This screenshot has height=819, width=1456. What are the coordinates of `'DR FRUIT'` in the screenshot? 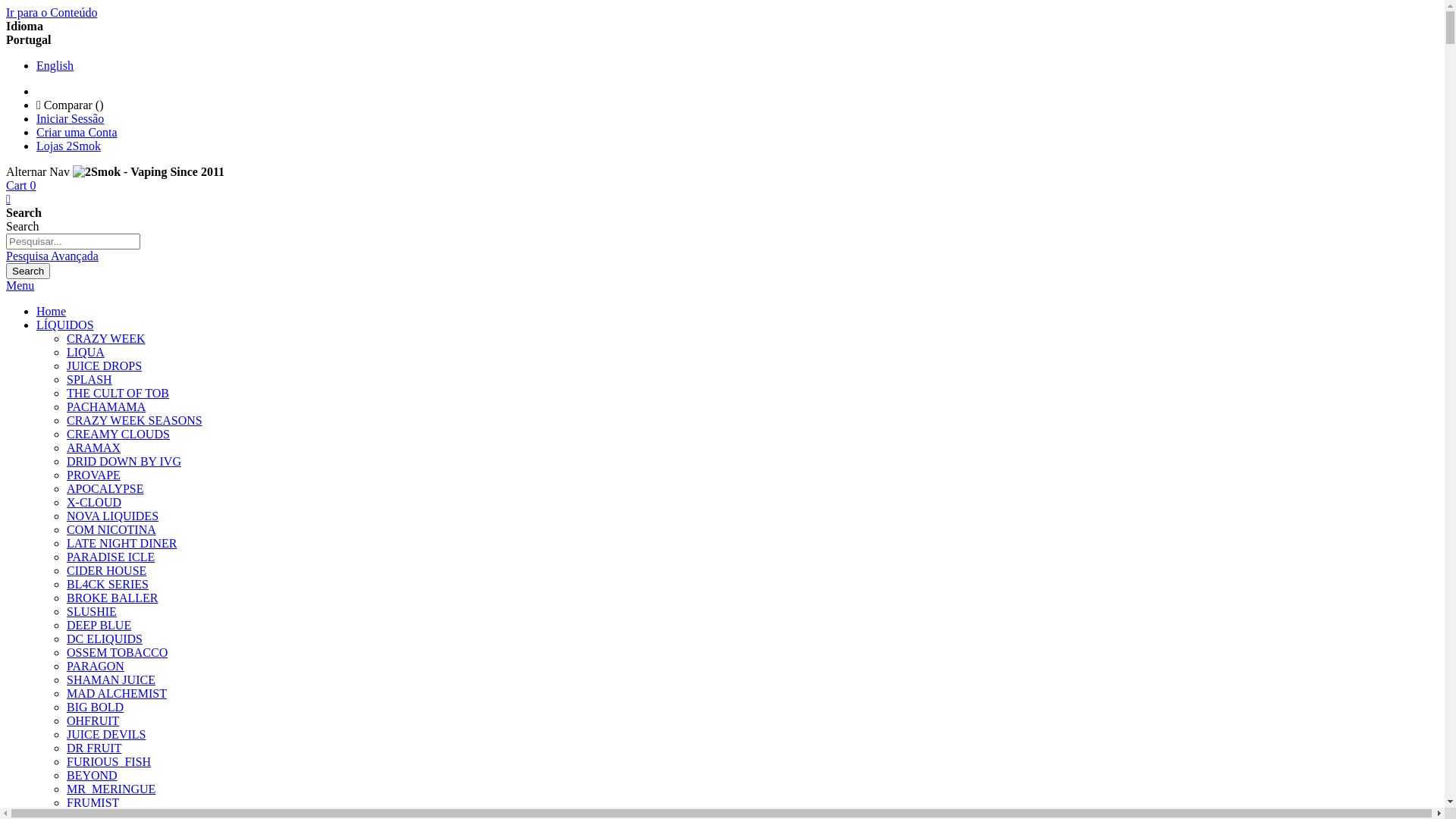 It's located at (93, 747).